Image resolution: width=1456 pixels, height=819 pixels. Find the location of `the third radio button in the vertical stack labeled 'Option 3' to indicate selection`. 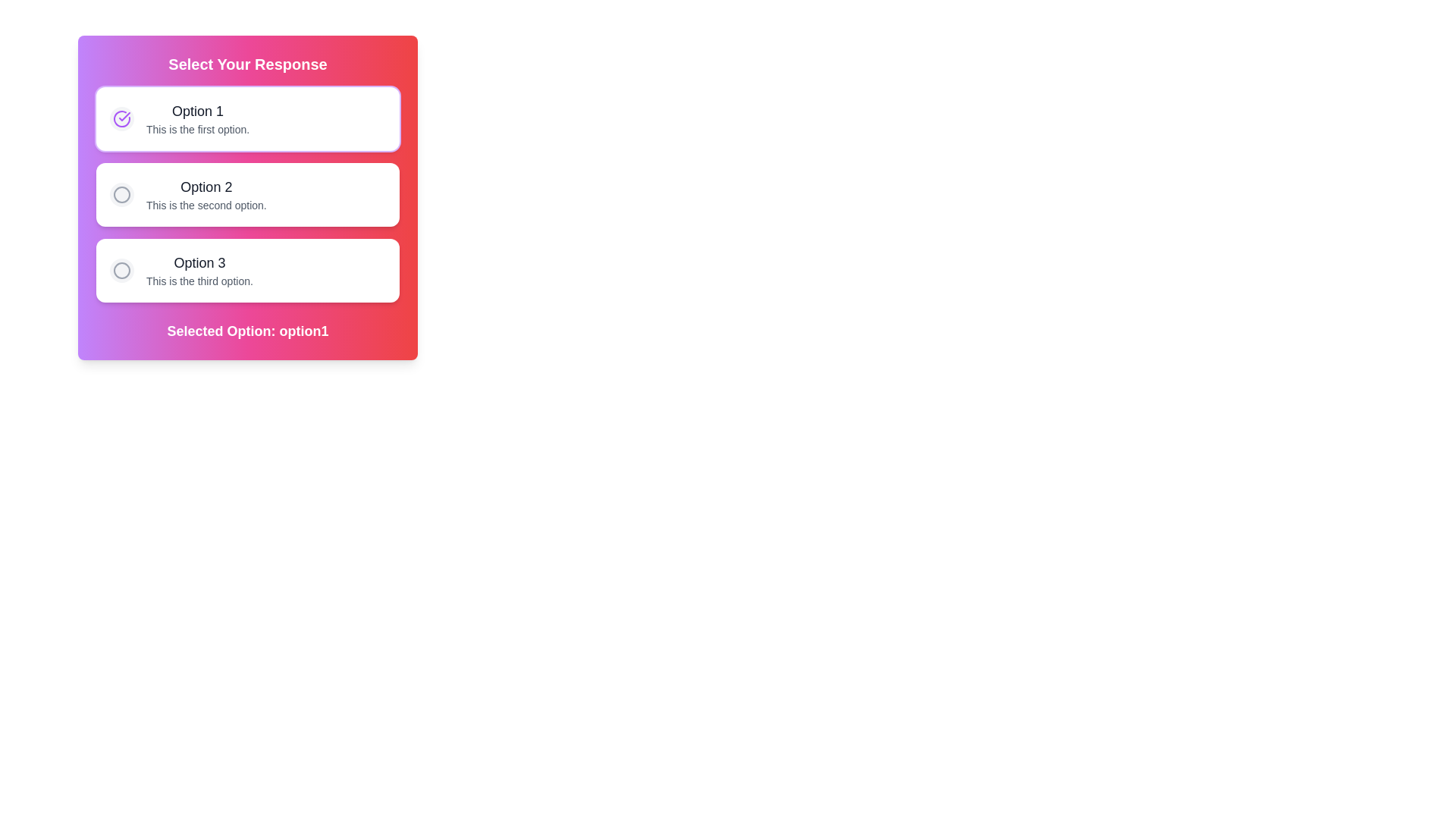

the third radio button in the vertical stack labeled 'Option 3' to indicate selection is located at coordinates (122, 270).